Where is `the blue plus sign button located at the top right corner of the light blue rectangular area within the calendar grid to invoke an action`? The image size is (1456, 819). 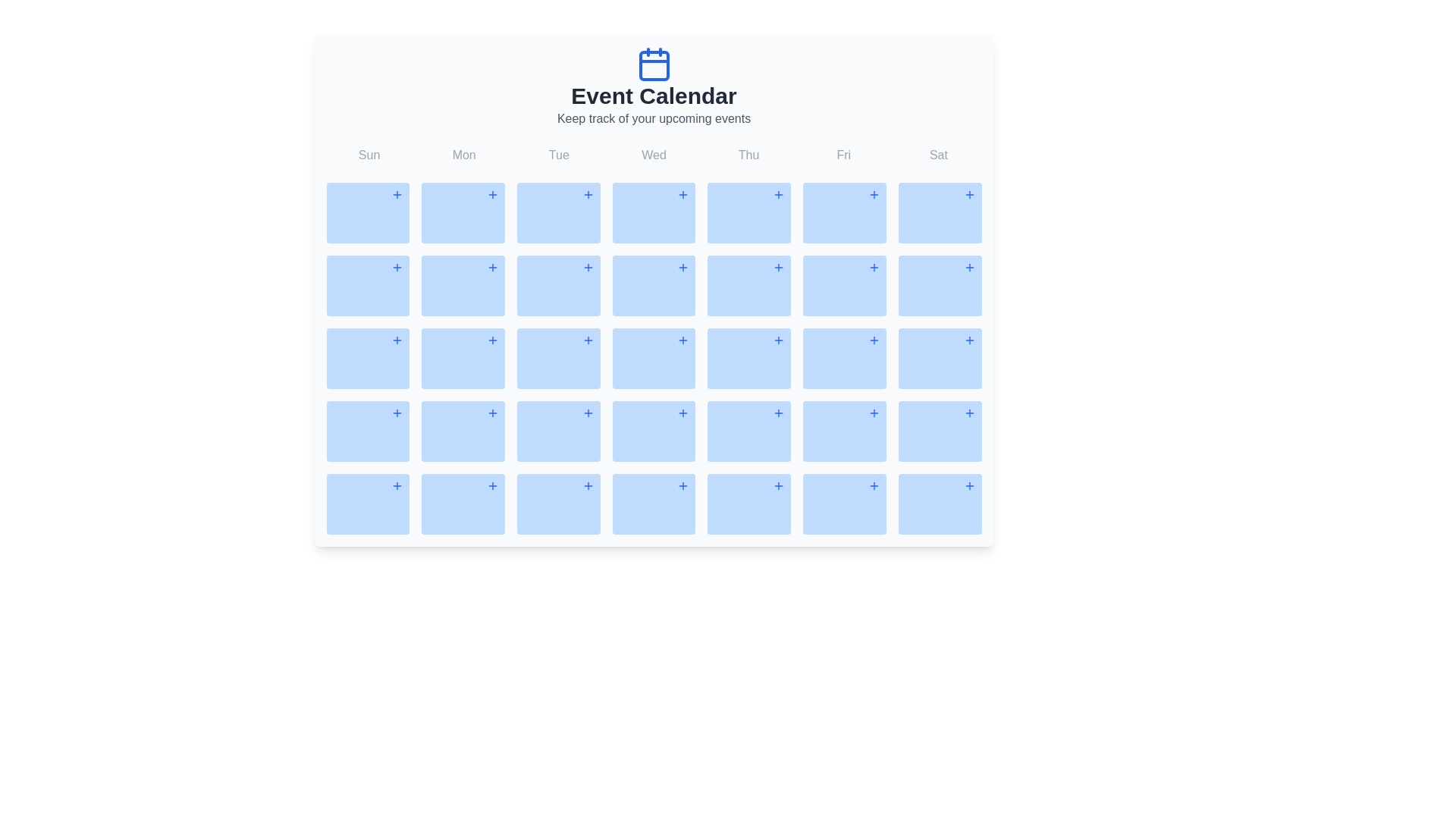
the blue plus sign button located at the top right corner of the light blue rectangular area within the calendar grid to invoke an action is located at coordinates (492, 339).